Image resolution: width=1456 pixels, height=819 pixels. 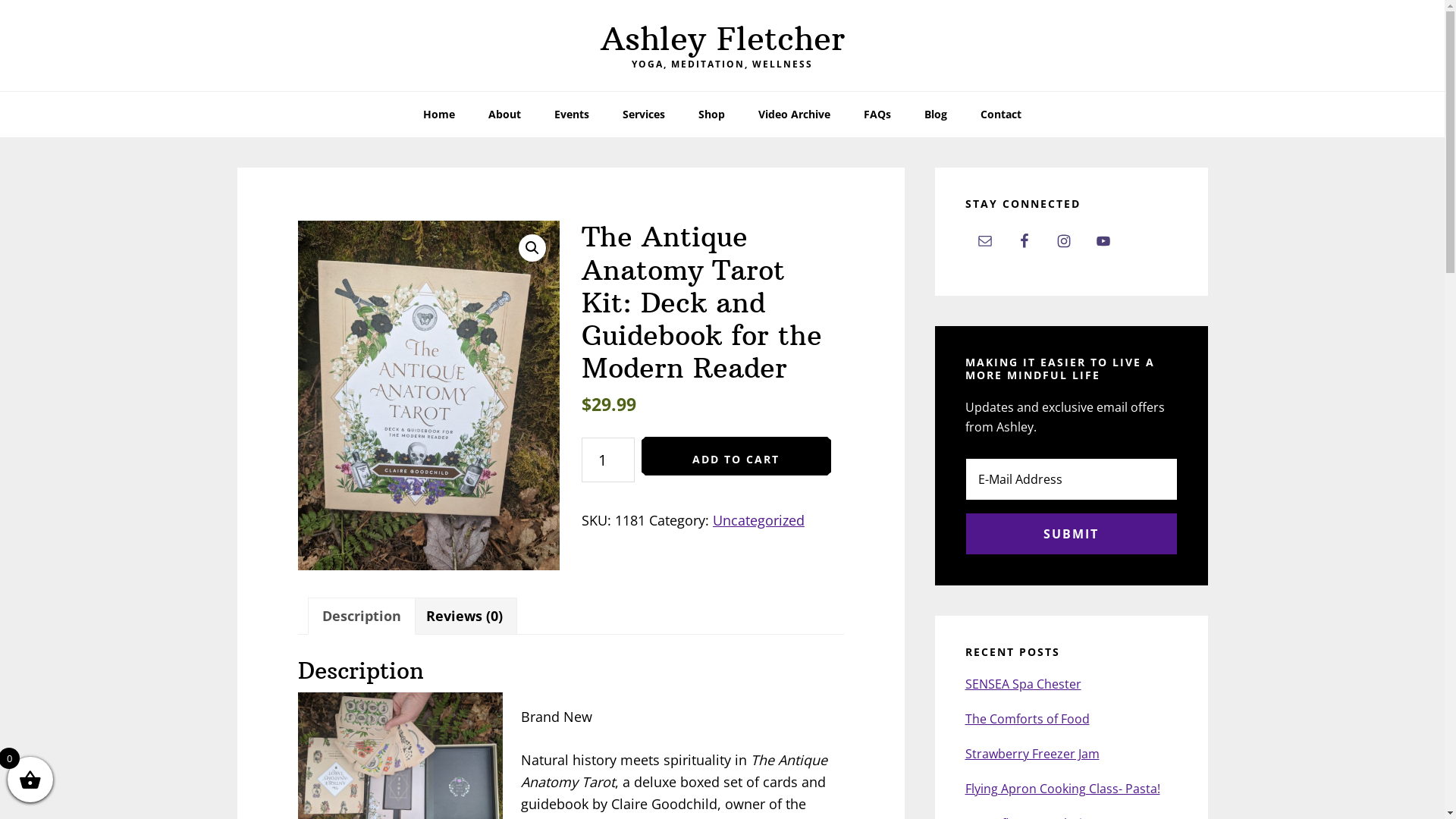 I want to click on 'Flying Apron Cooking Class- Pasta!', so click(x=1061, y=788).